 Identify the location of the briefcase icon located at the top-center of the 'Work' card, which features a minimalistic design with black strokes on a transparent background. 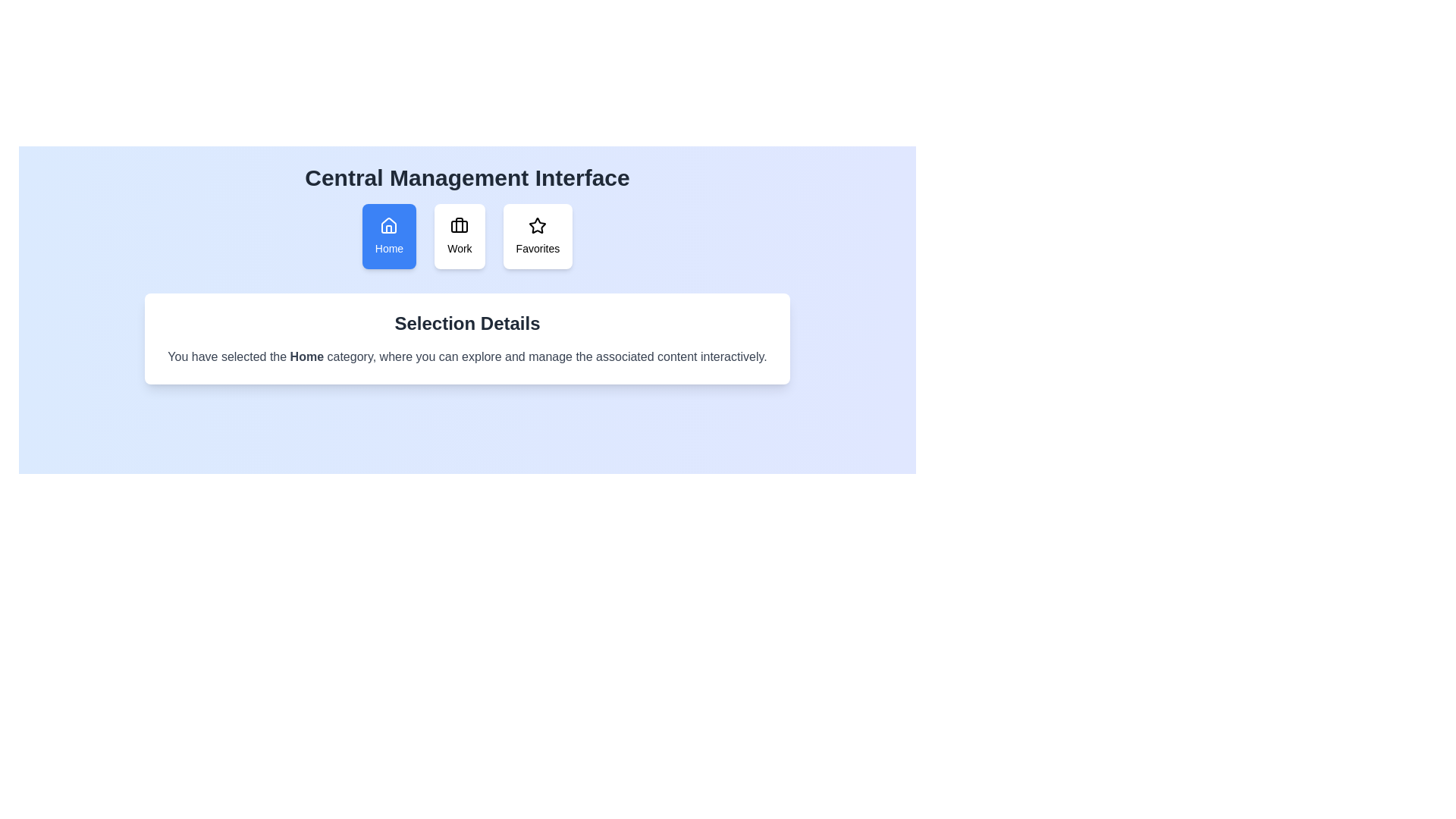
(459, 225).